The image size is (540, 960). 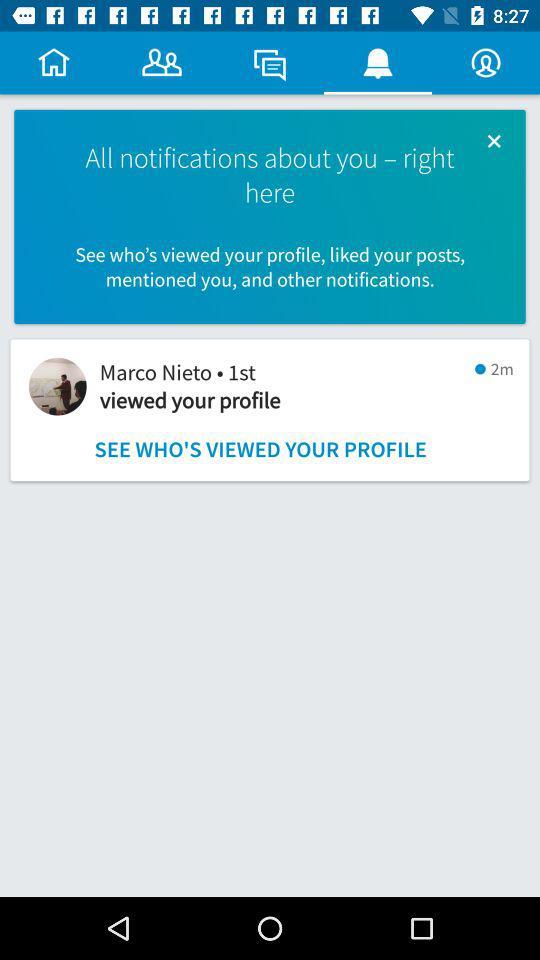 I want to click on icon above the see who s icon, so click(x=493, y=140).